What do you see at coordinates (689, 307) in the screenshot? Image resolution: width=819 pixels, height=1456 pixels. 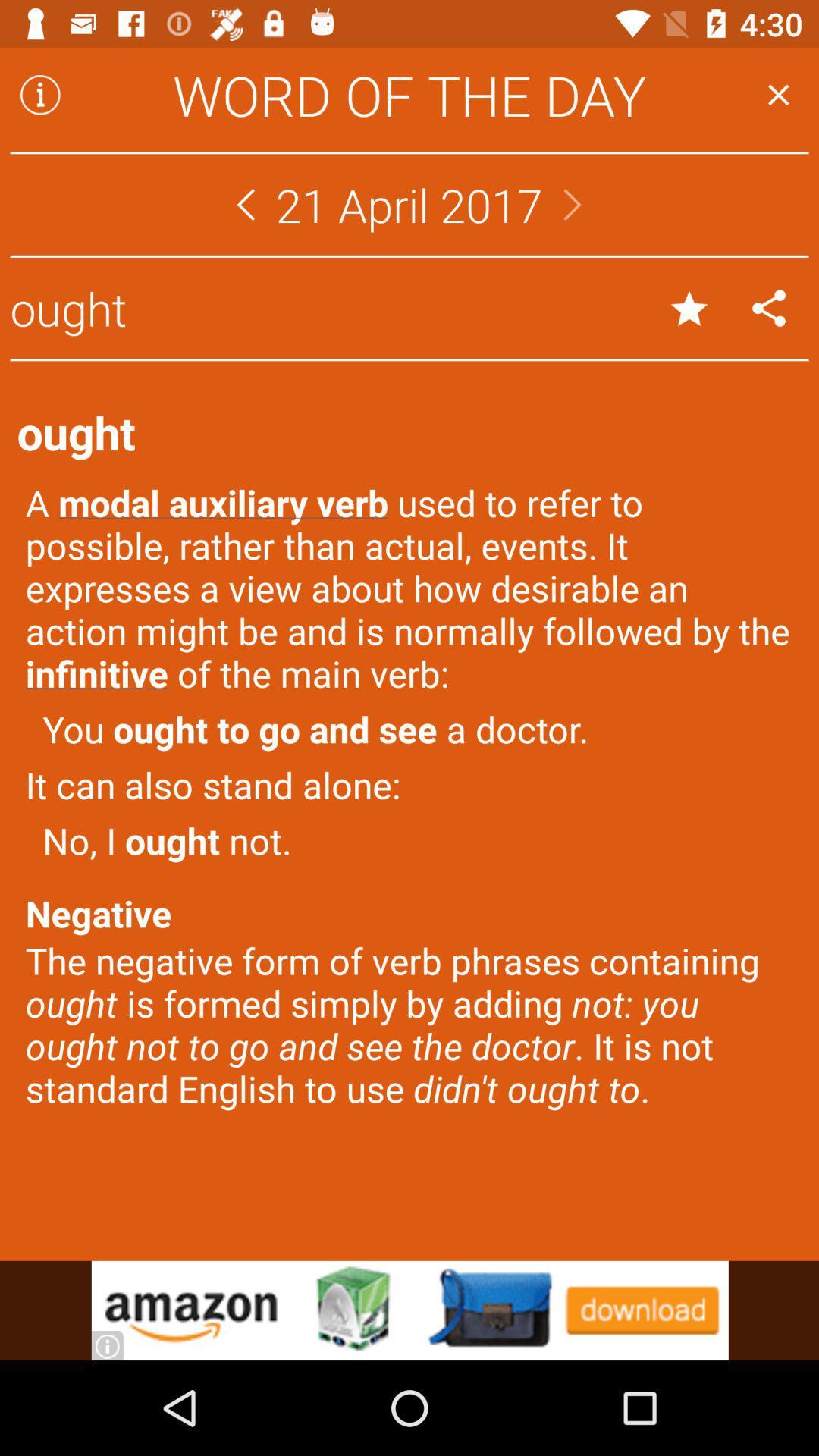 I see `rate this app` at bounding box center [689, 307].